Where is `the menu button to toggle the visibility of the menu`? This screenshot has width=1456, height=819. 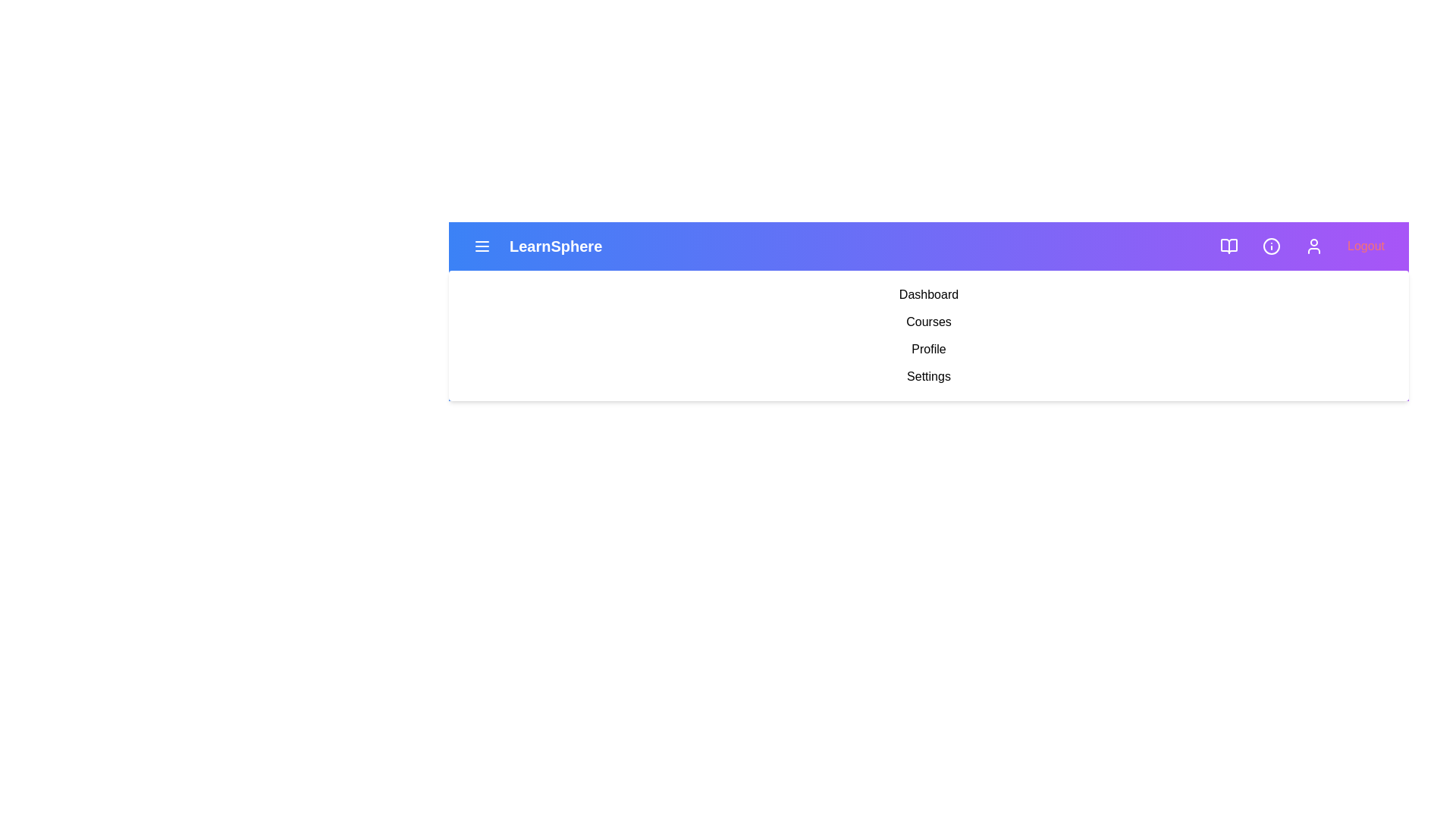
the menu button to toggle the visibility of the menu is located at coordinates (481, 245).